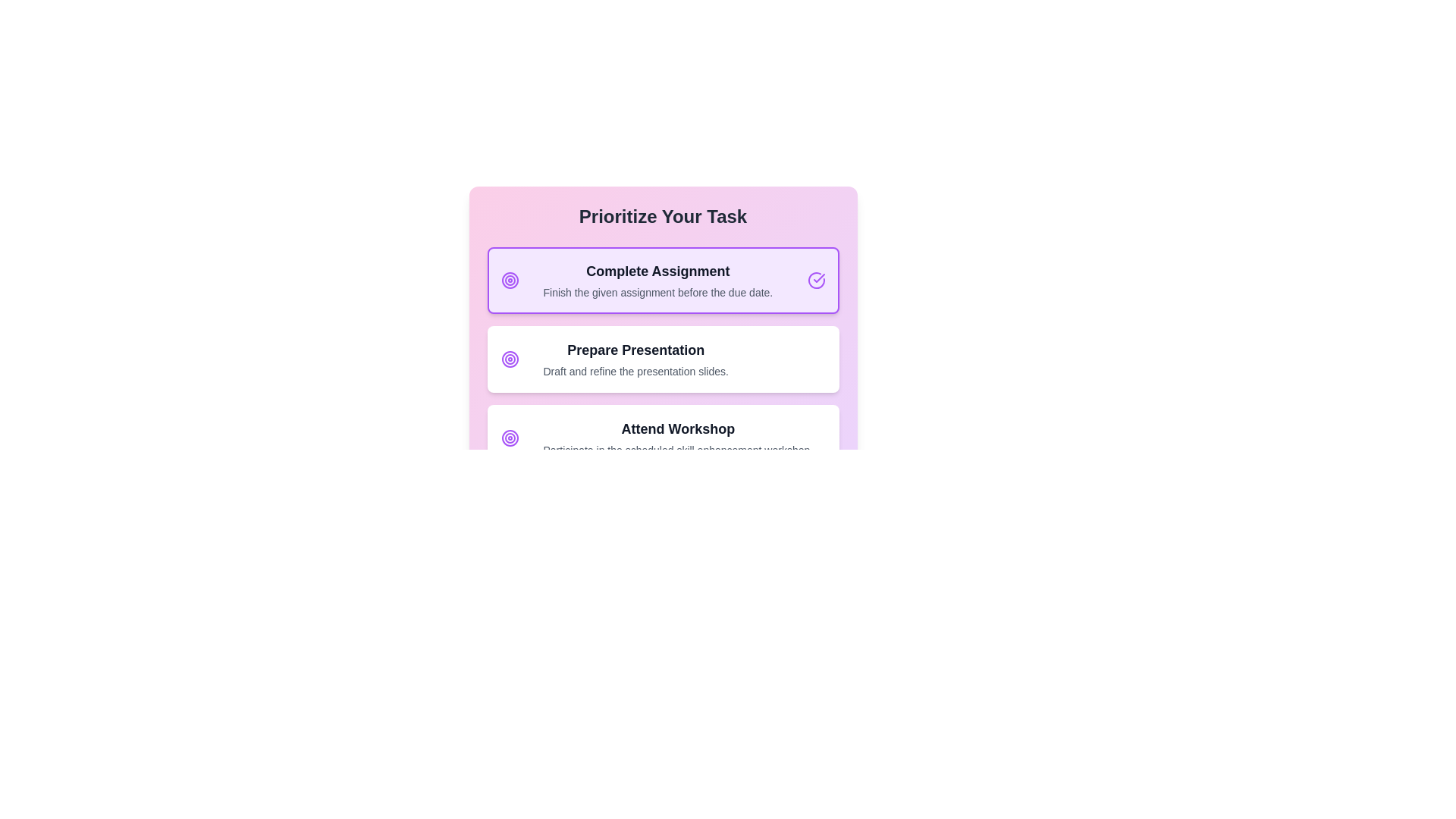 This screenshot has height=819, width=1456. What do you see at coordinates (510, 359) in the screenshot?
I see `the target icon representing the task 'Prepare Presentation', which is positioned as the first item on the left side of the task list` at bounding box center [510, 359].